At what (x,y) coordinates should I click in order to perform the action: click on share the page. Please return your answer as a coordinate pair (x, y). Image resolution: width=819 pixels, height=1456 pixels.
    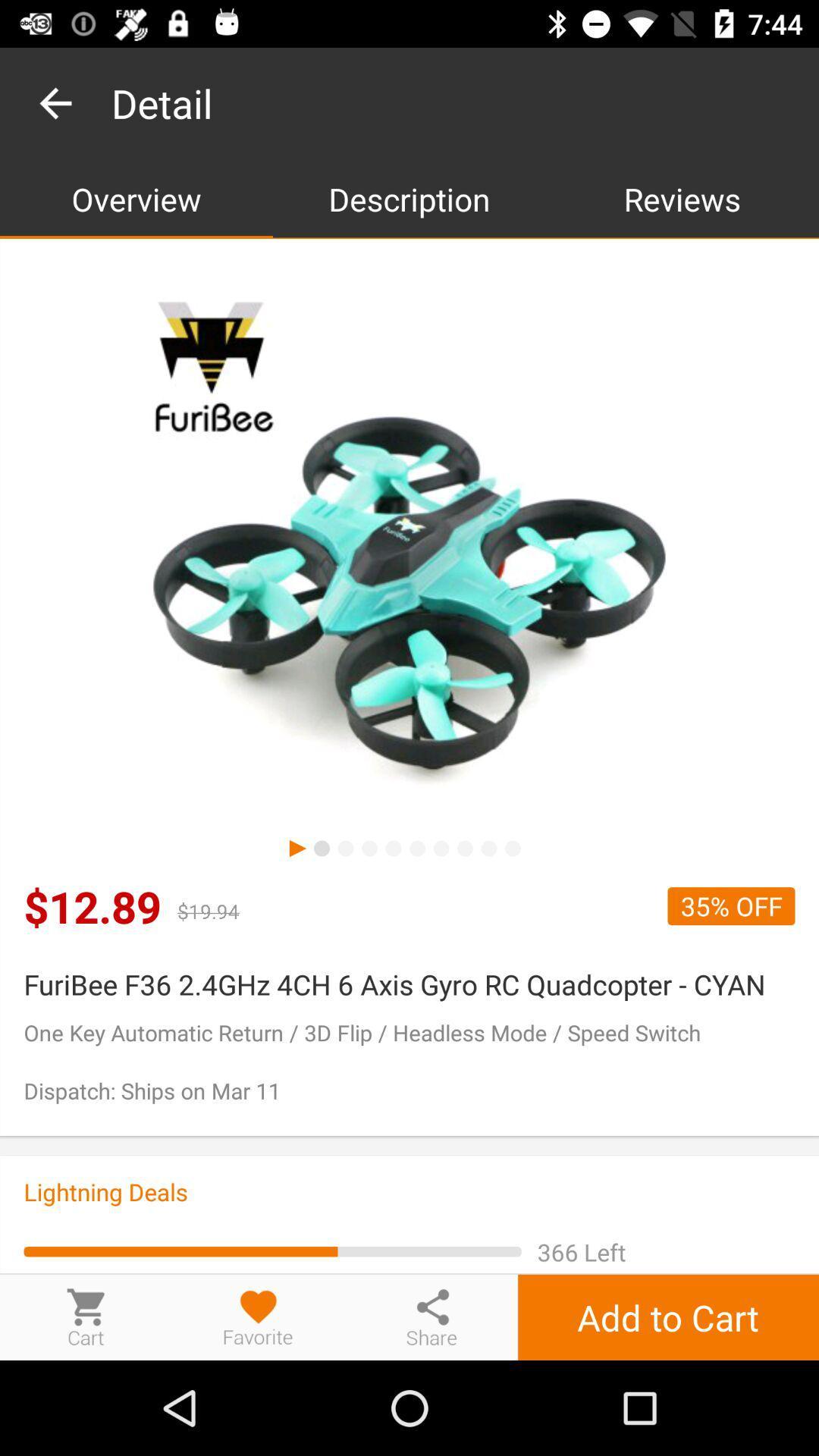
    Looking at the image, I should click on (431, 1316).